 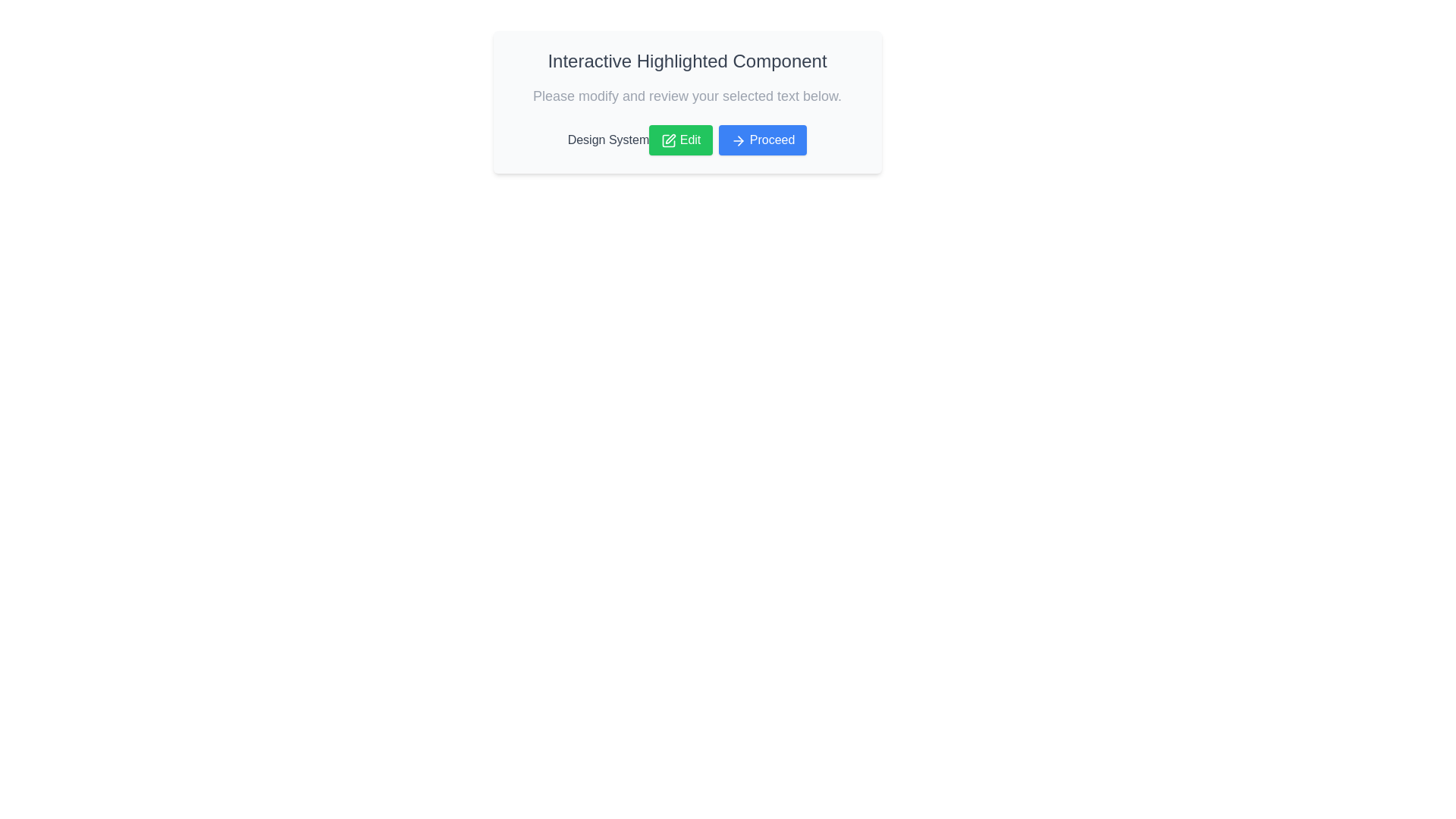 I want to click on the pen icon element within the green 'Edit' button in the SVG graphical component, so click(x=670, y=139).